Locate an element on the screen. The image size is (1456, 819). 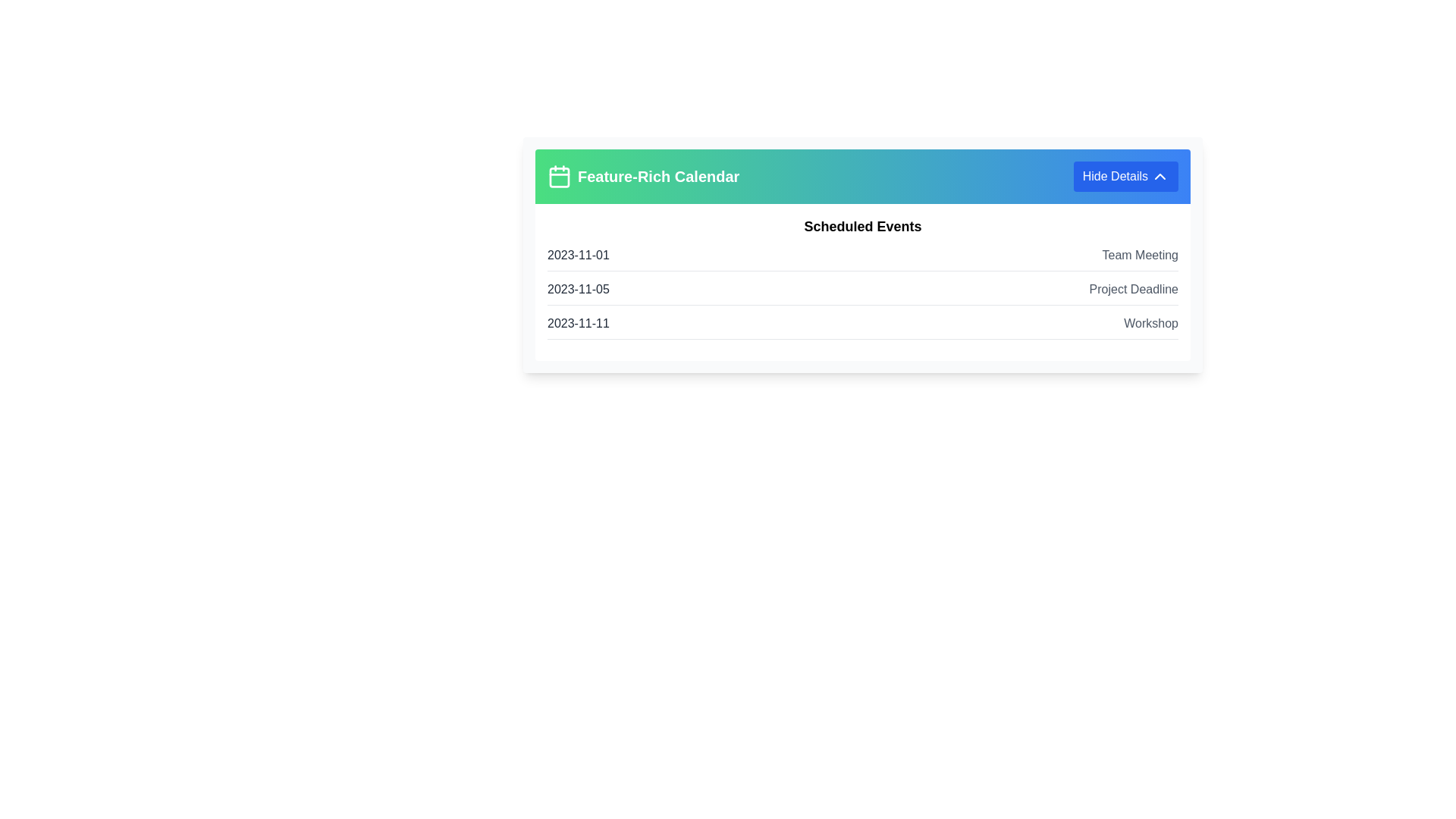
the date label indicating the 'Project Deadline' in the list of scheduled events, which is the second date under the 'Scheduled Events' heading is located at coordinates (578, 289).